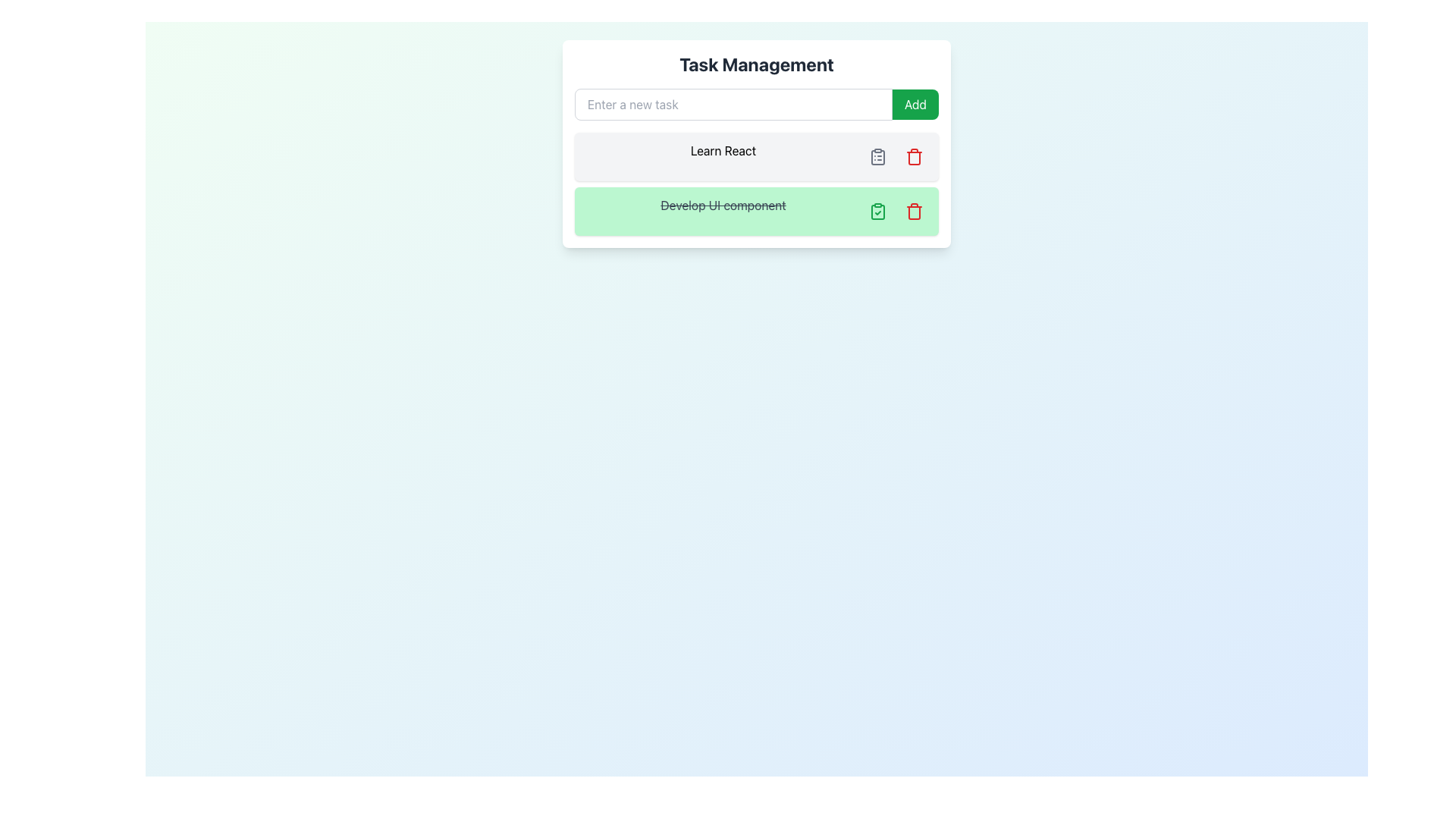  Describe the element at coordinates (877, 157) in the screenshot. I see `the gray clipboard icon inside the rounded clickable button located to the right of the 'Learn React' task row` at that location.